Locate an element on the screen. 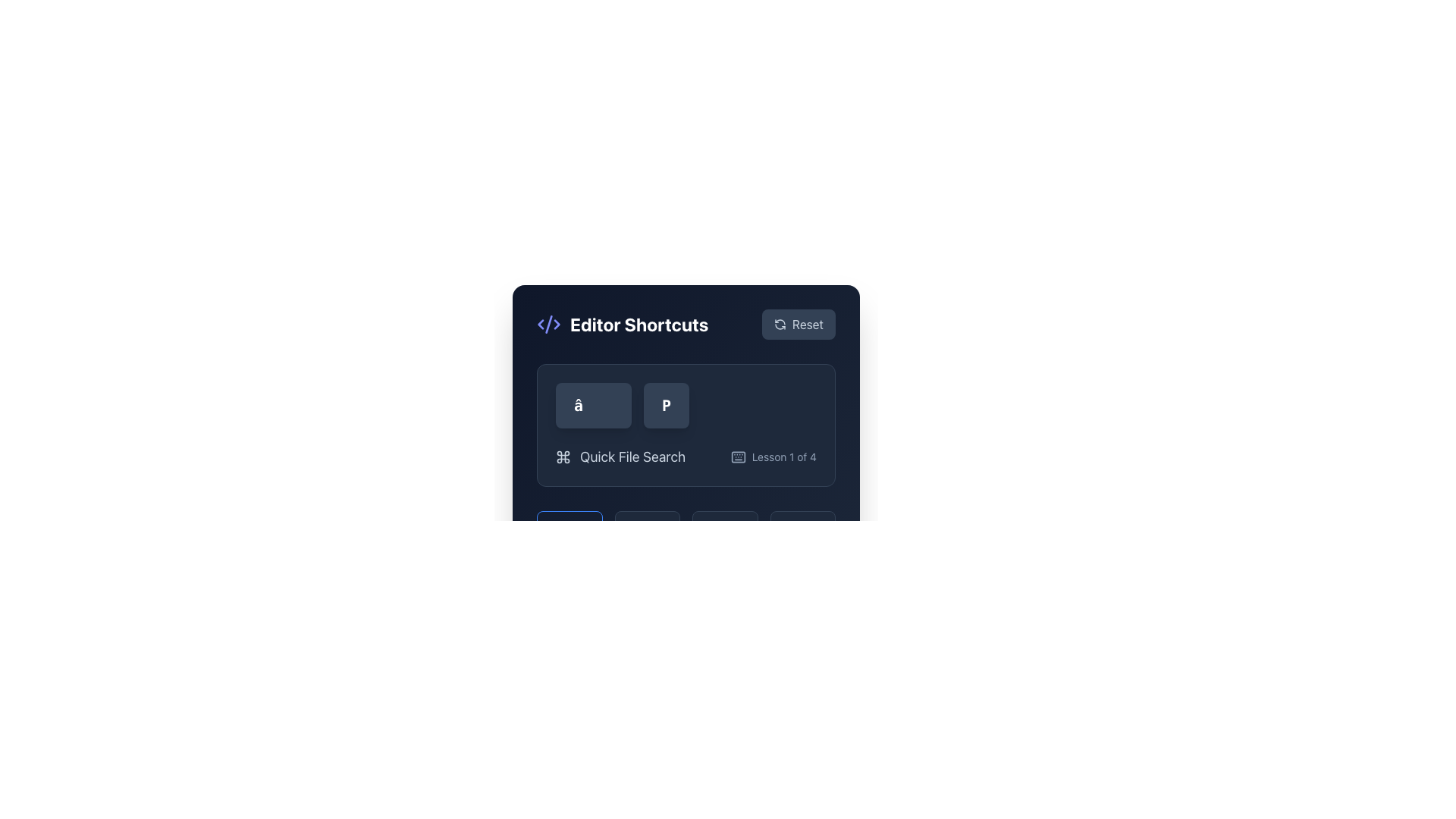 This screenshot has width=1456, height=819. the indigo icon resembling XML code brackets ('<', '/') next to the 'Editor Shortcuts' header is located at coordinates (548, 324).